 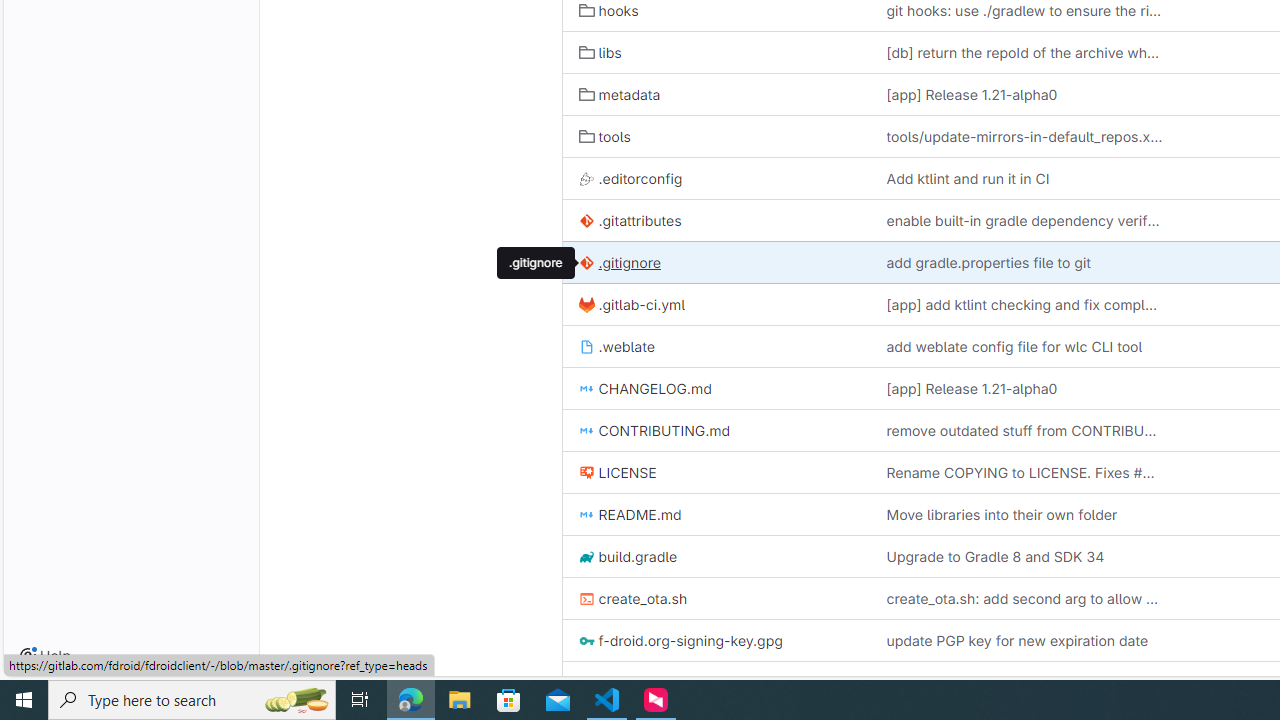 I want to click on '.gitattributes', so click(x=629, y=221).